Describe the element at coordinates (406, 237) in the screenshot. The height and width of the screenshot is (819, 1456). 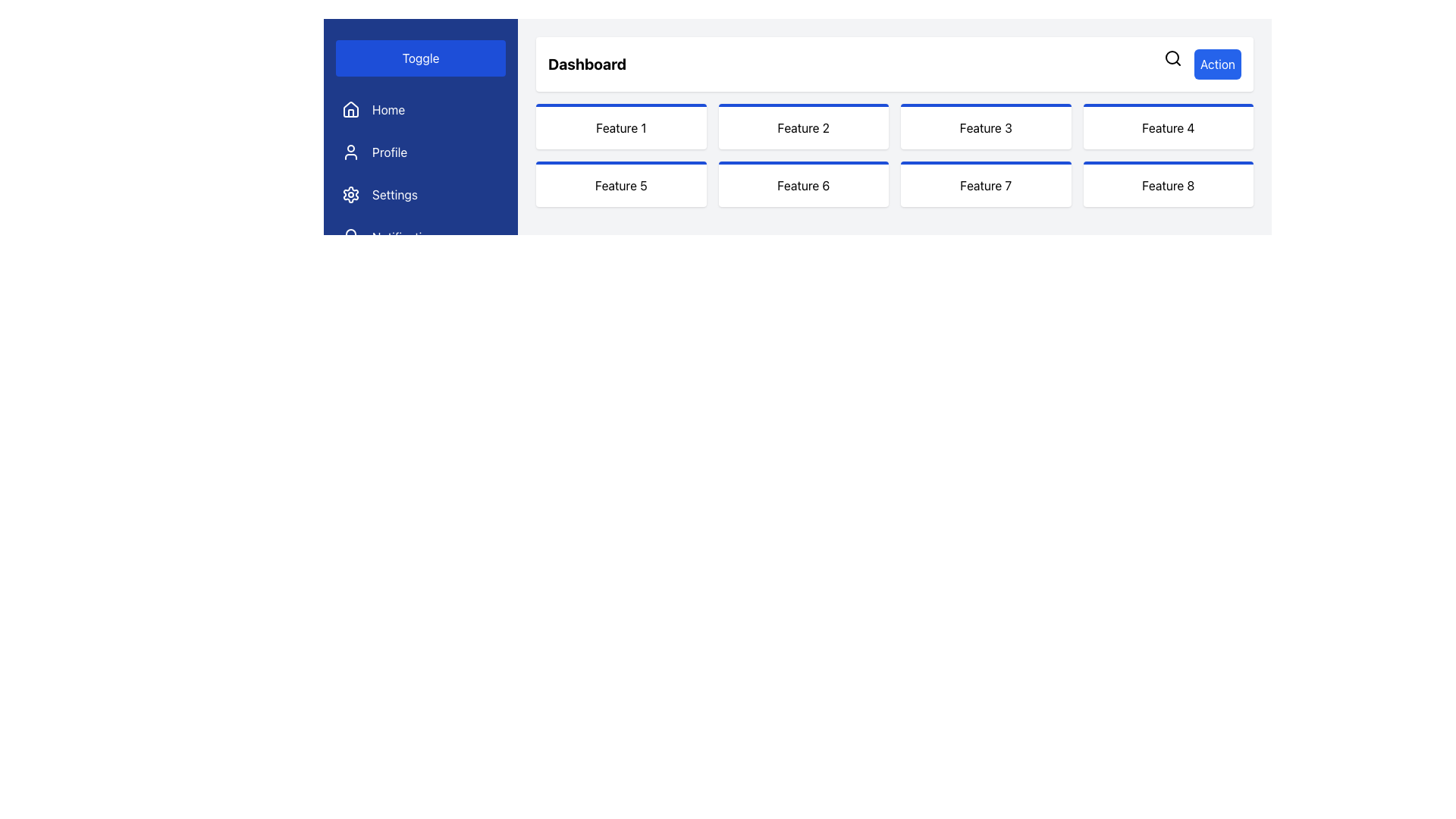
I see `the text label next to the bell icon in the vertical navigation bar` at that location.